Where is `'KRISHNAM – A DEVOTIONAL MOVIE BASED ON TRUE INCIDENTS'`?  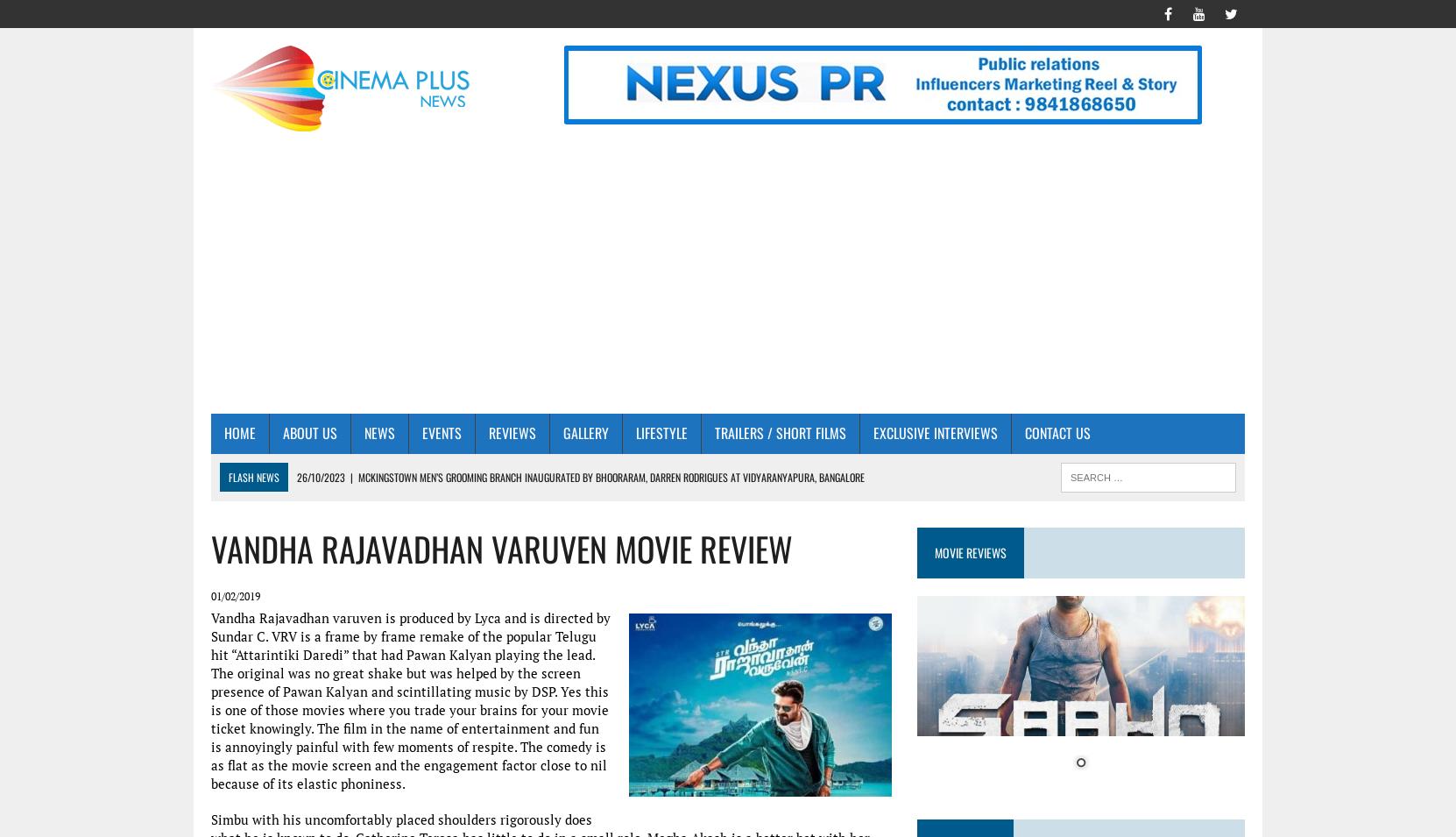 'KRISHNAM – A DEVOTIONAL MOVIE BASED ON TRUE INCIDENTS' is located at coordinates (410, 620).